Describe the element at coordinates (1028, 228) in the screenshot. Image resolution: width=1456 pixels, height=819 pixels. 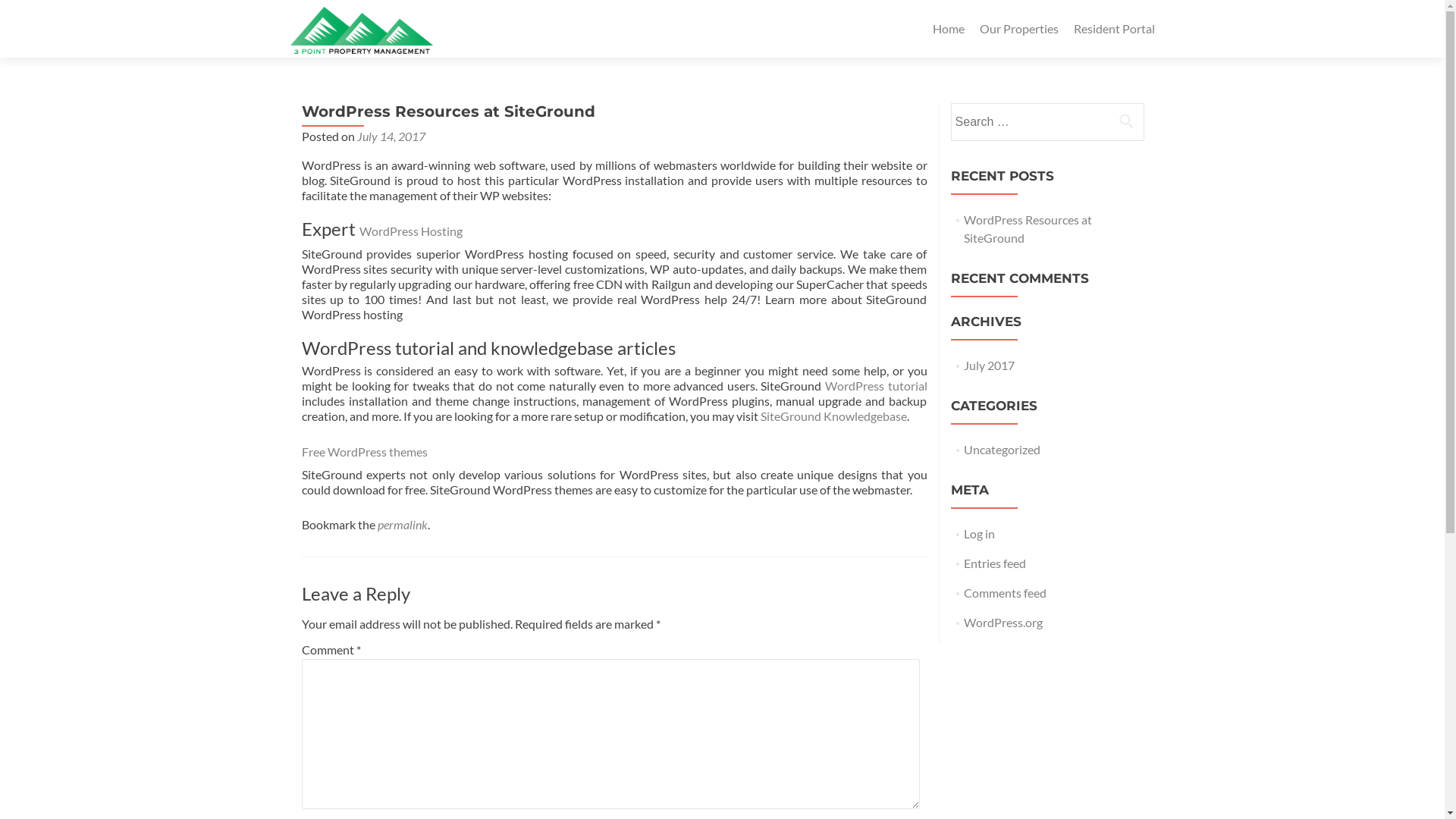
I see `'WordPress Resources at SiteGround'` at that location.